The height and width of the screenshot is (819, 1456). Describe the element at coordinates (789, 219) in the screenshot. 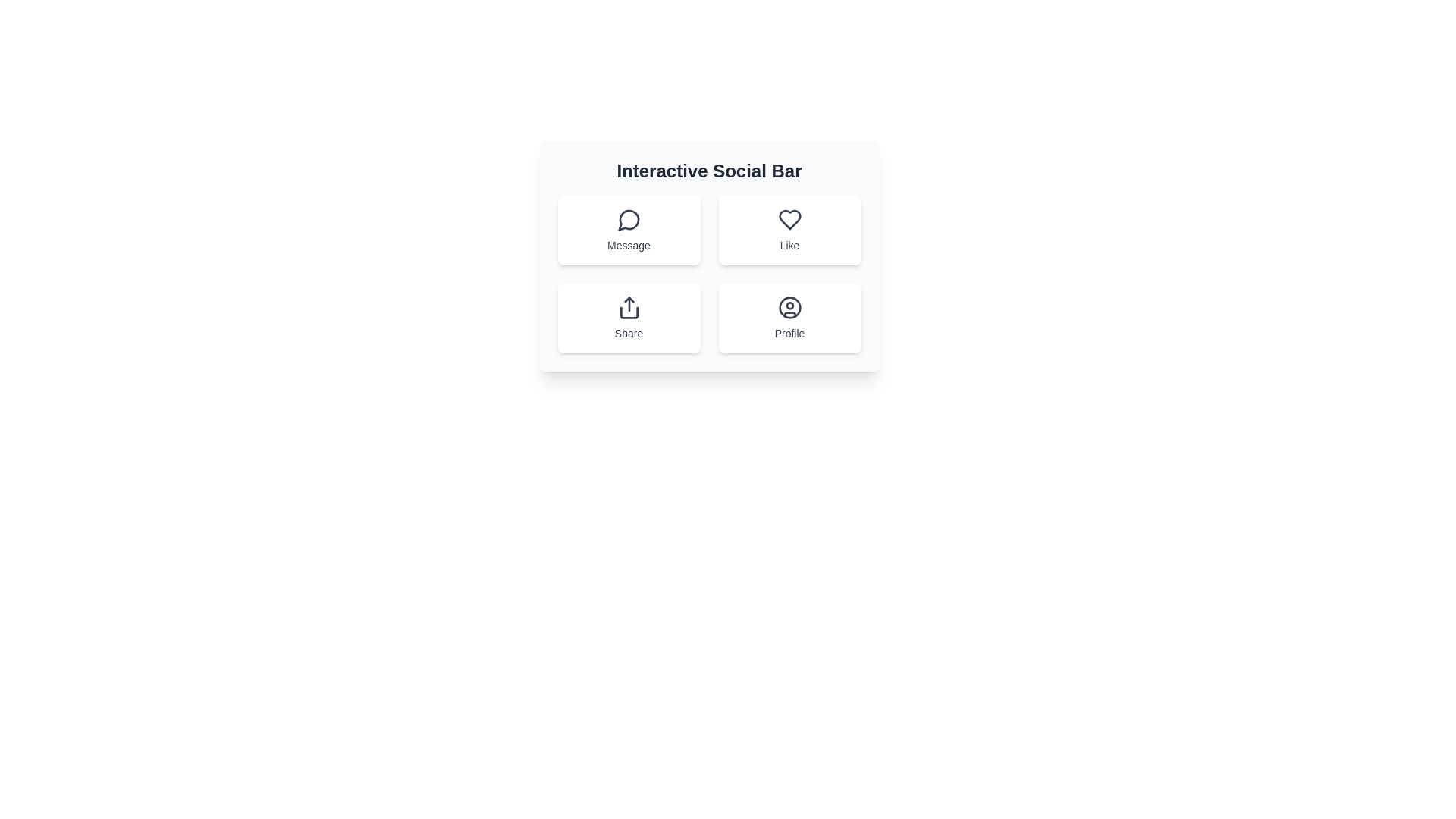

I see `the 'Like' icon located within the button in the top right quadrant, adjacent to the 'Message' button and above the 'Profile' button` at that location.